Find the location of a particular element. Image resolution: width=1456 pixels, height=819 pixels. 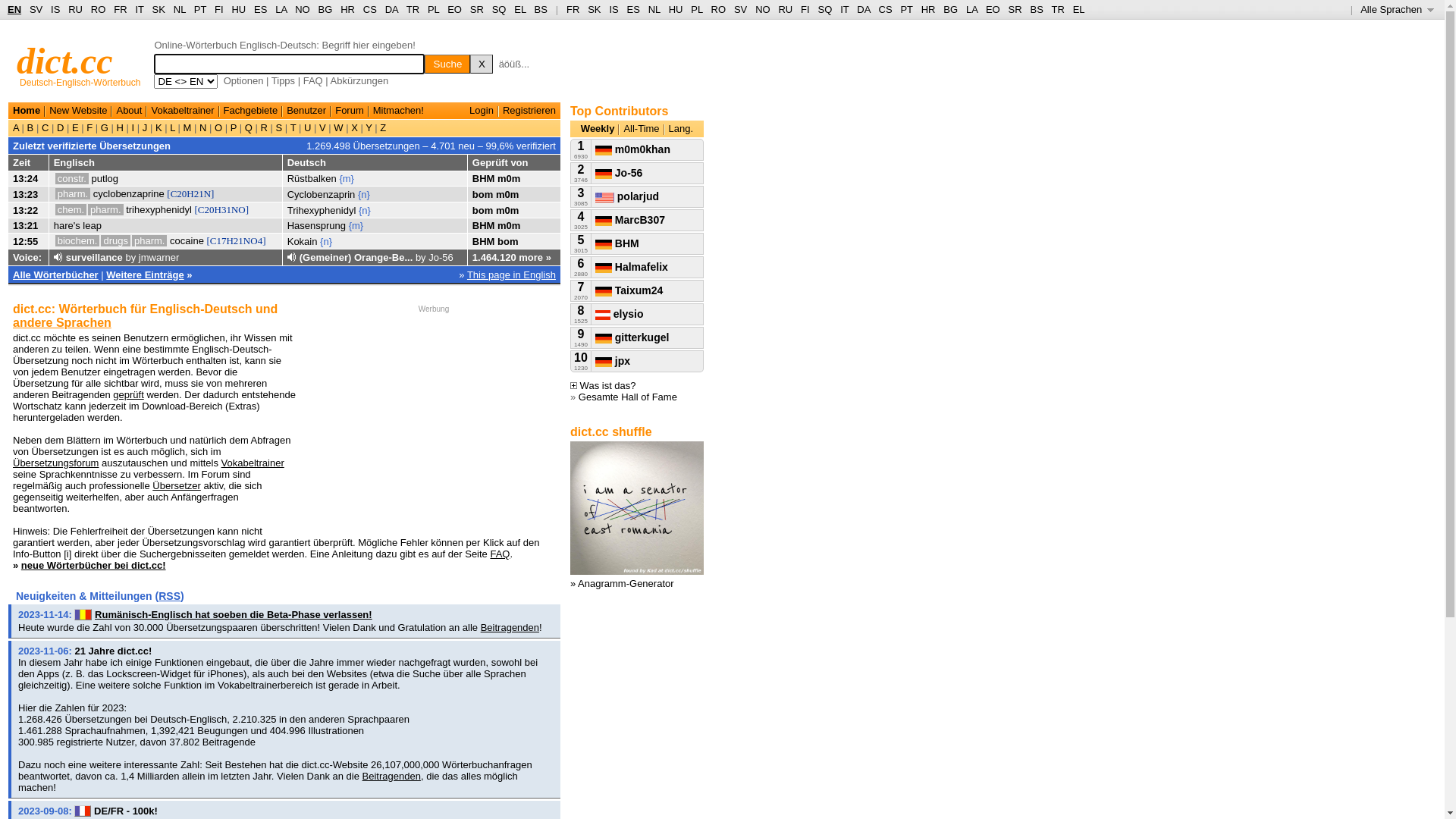

'cocaine [C17H21NO4]' is located at coordinates (170, 240).